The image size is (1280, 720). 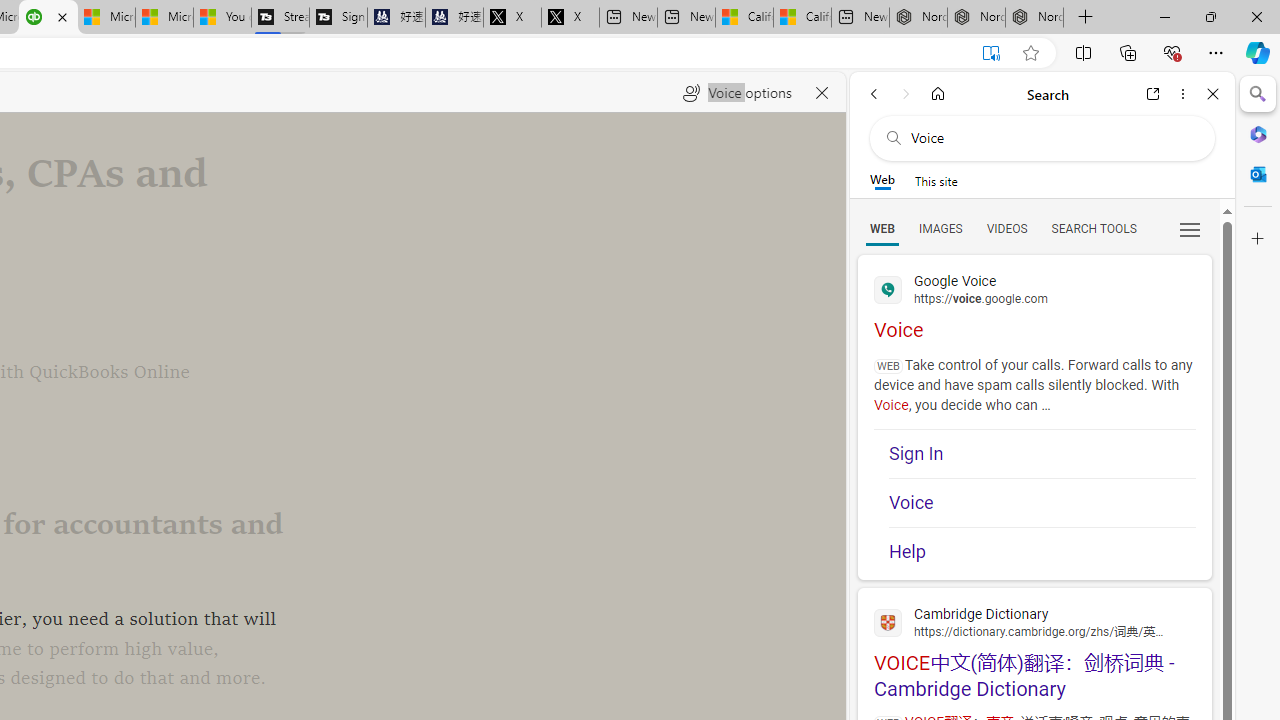 I want to click on 'Close read aloud', so click(x=821, y=92).